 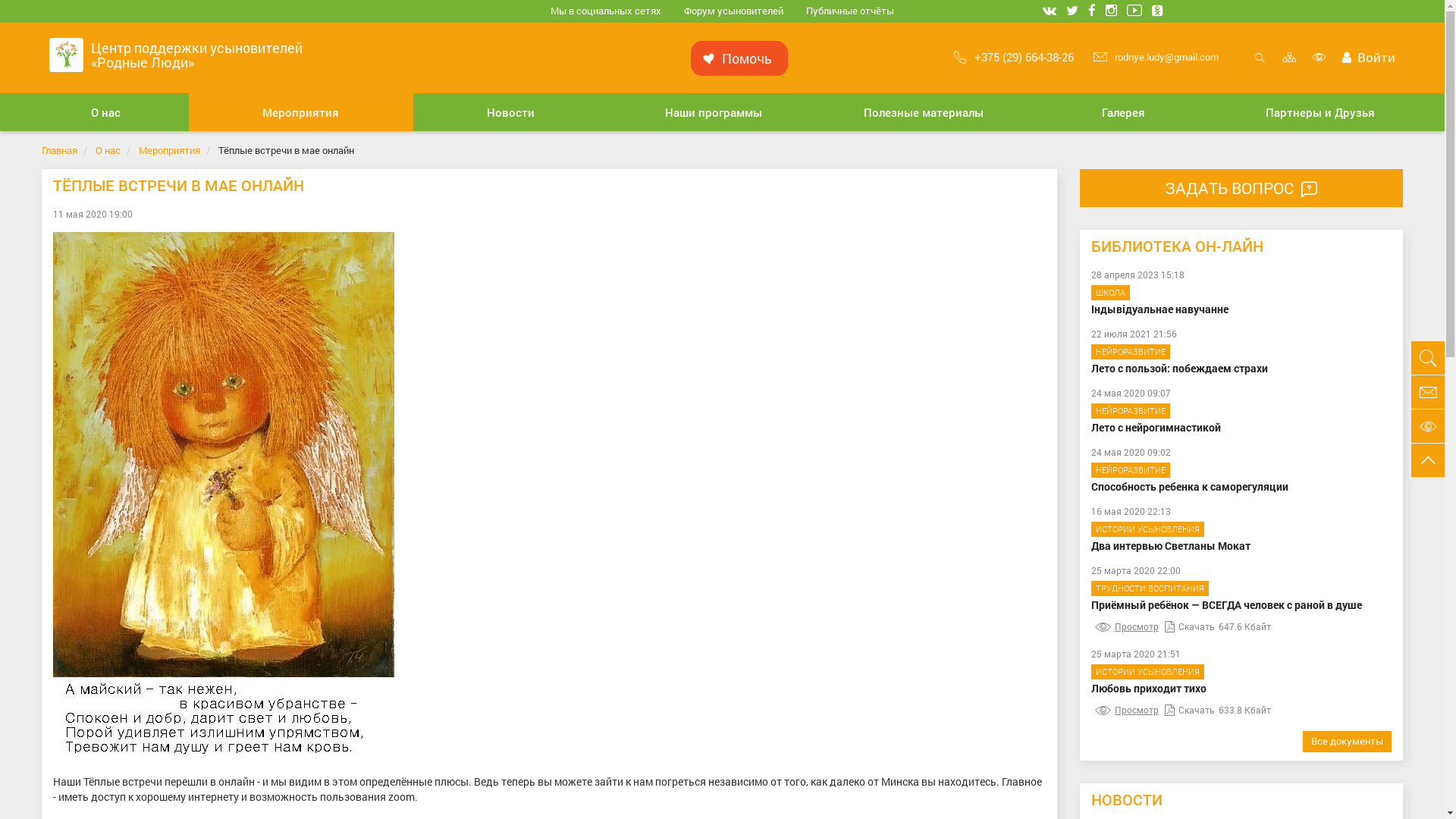 What do you see at coordinates (1426, 391) in the screenshot?
I see `'rodnye.ludy@gmail.com'` at bounding box center [1426, 391].